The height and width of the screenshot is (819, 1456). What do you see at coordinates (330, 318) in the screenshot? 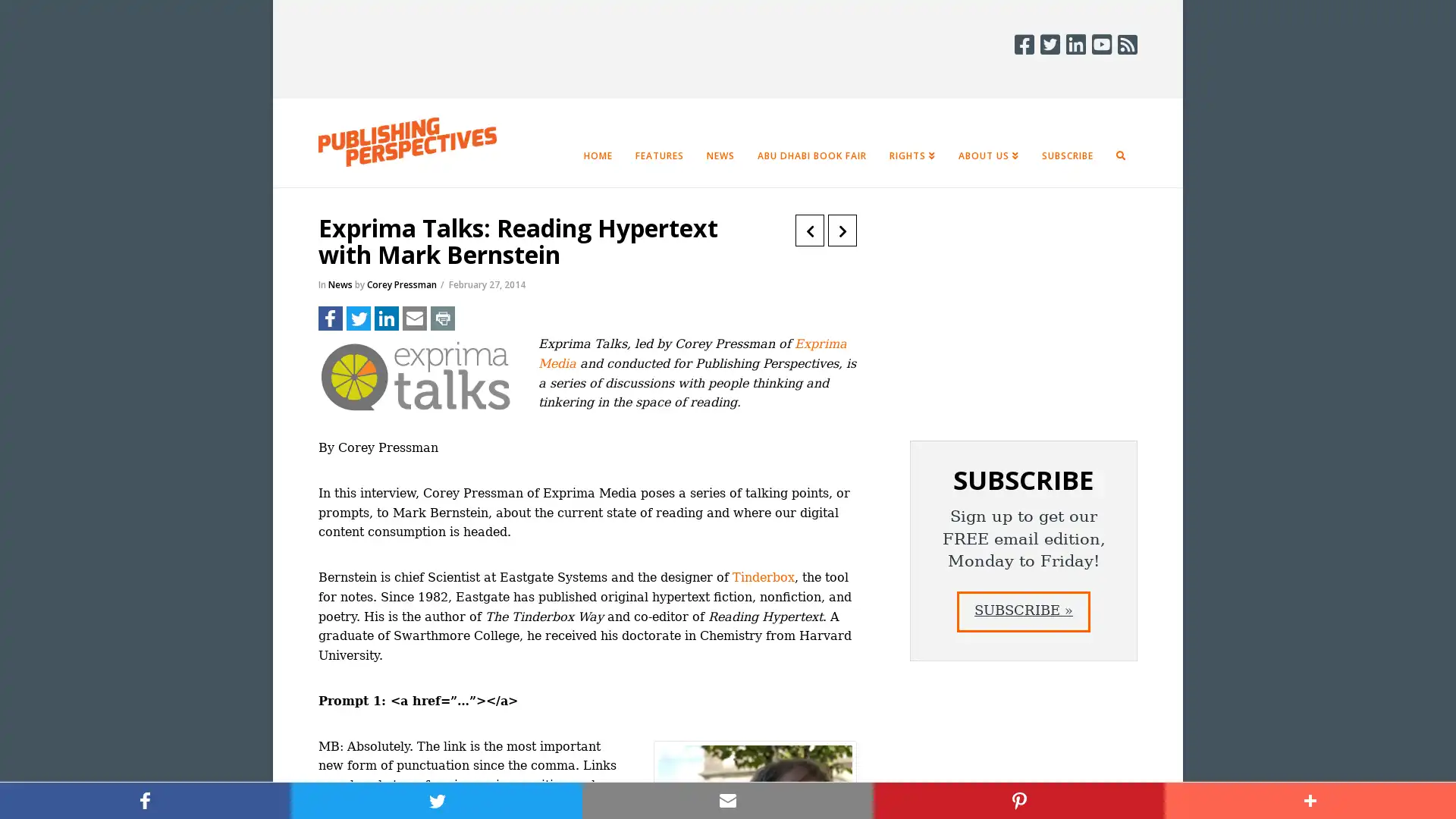
I see `Share to Facebook` at bounding box center [330, 318].